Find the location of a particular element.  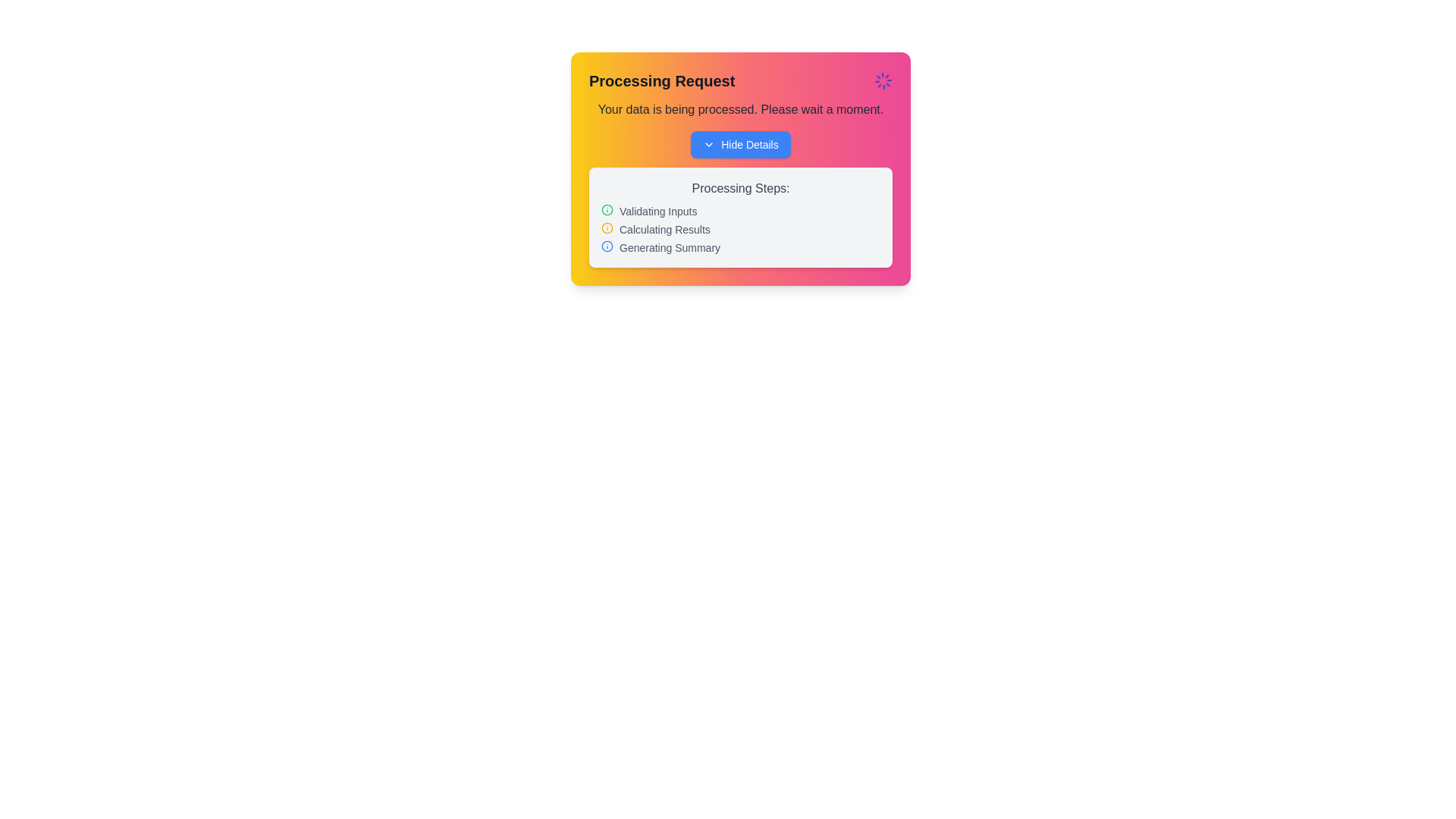

the small circular 'info' icon with a green border, located to the left of the text 'Validating Inputs' is located at coordinates (607, 210).